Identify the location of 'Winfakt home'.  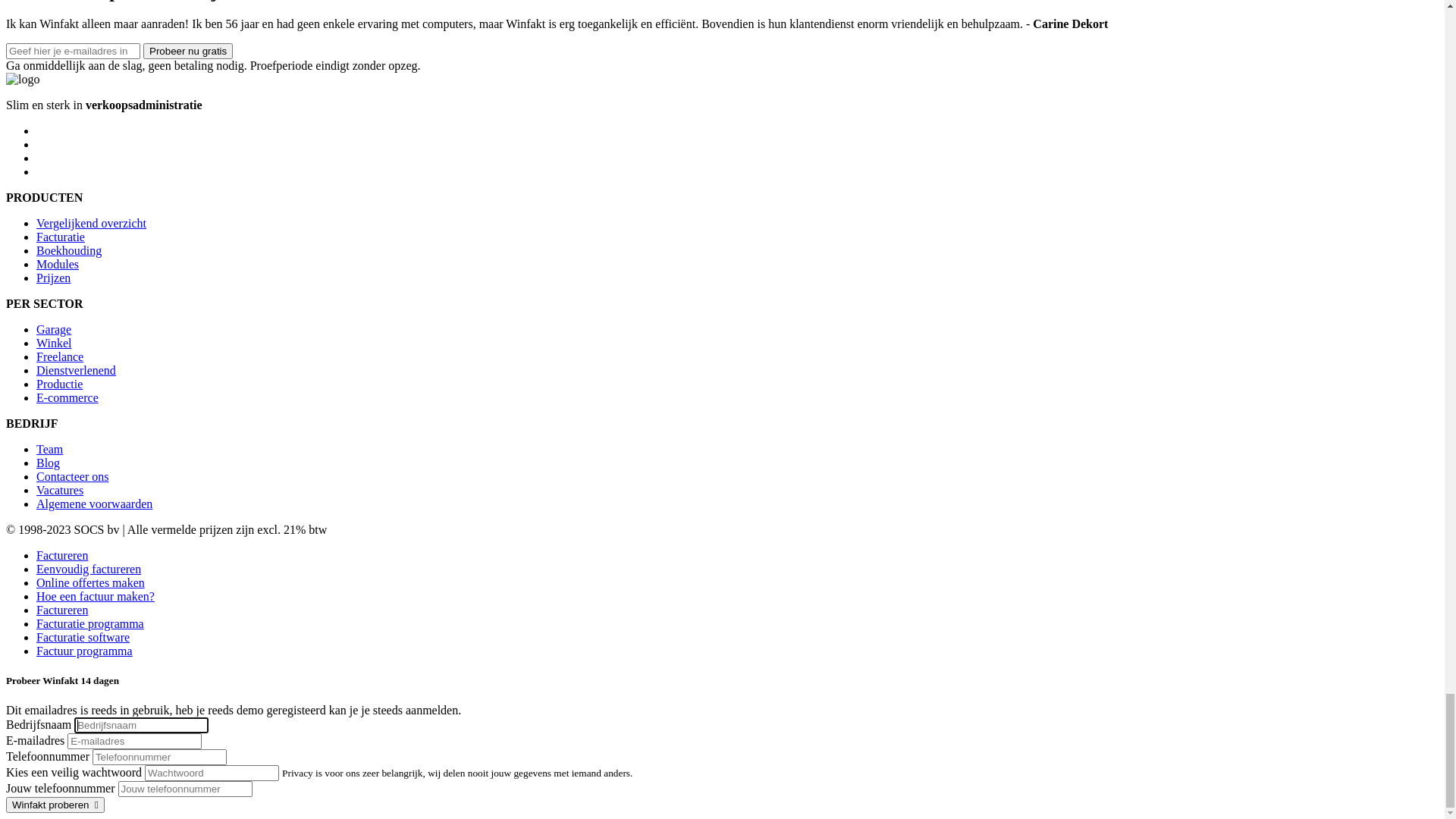
(43, 99).